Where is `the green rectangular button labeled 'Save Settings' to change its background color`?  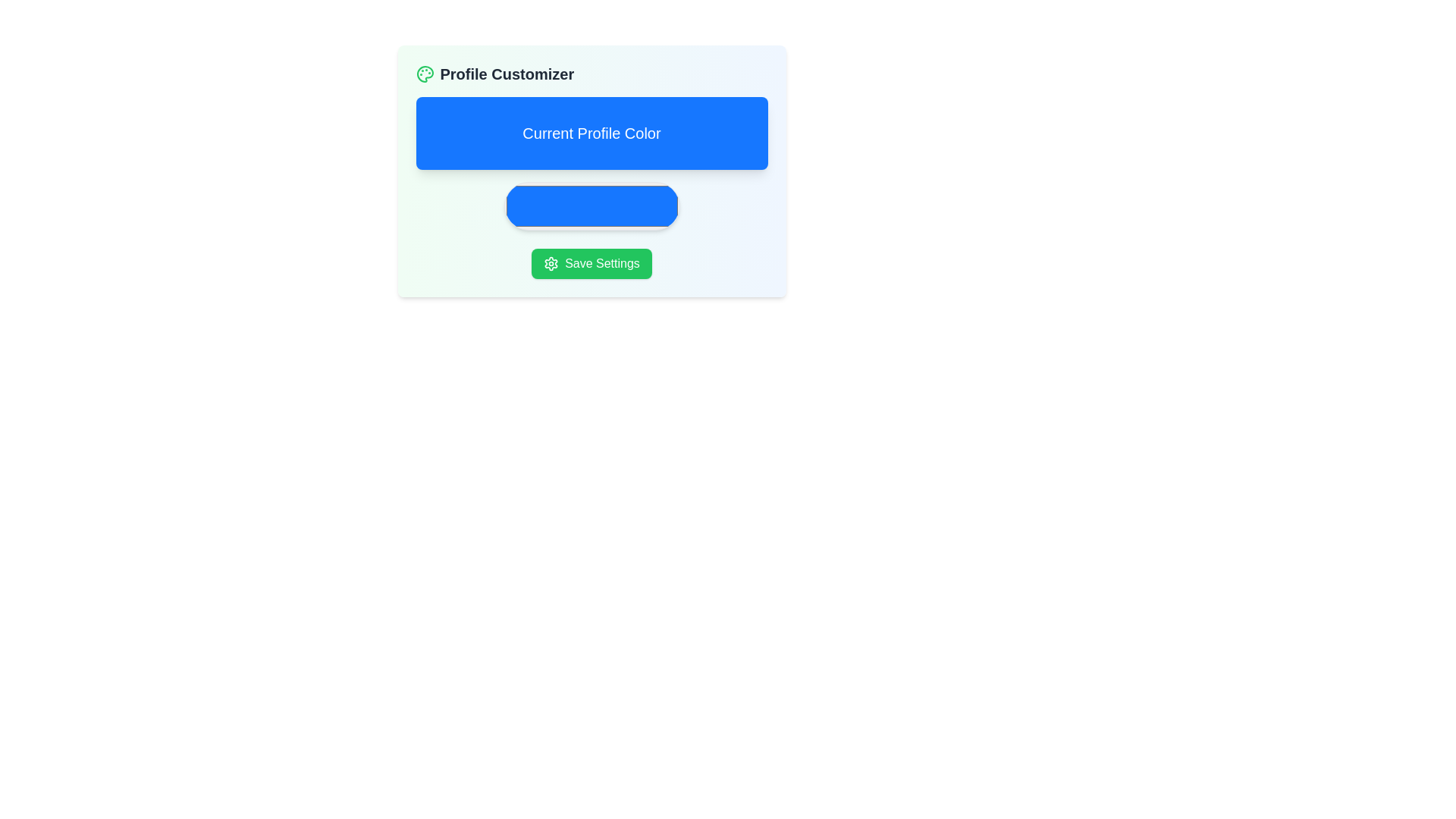 the green rectangular button labeled 'Save Settings' to change its background color is located at coordinates (591, 262).